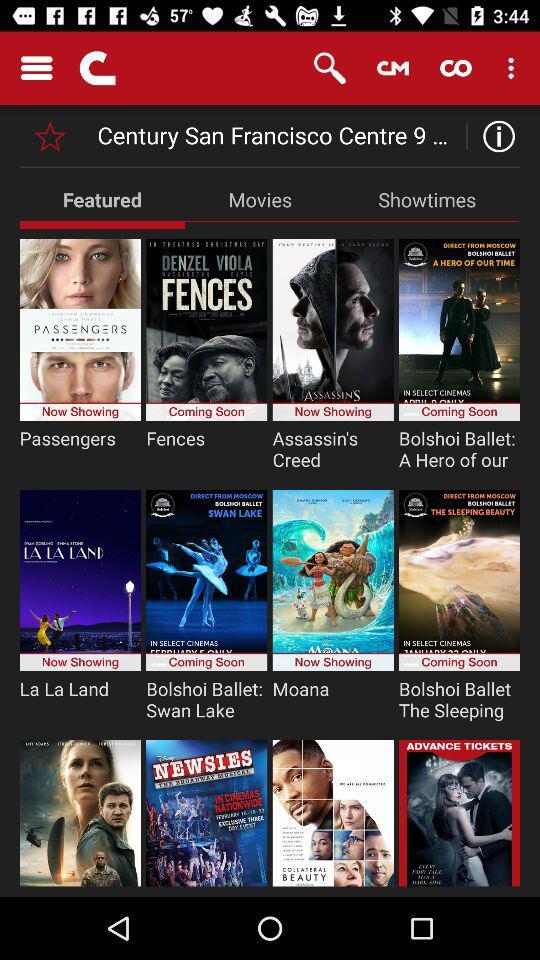  I want to click on the showtimes, so click(426, 199).